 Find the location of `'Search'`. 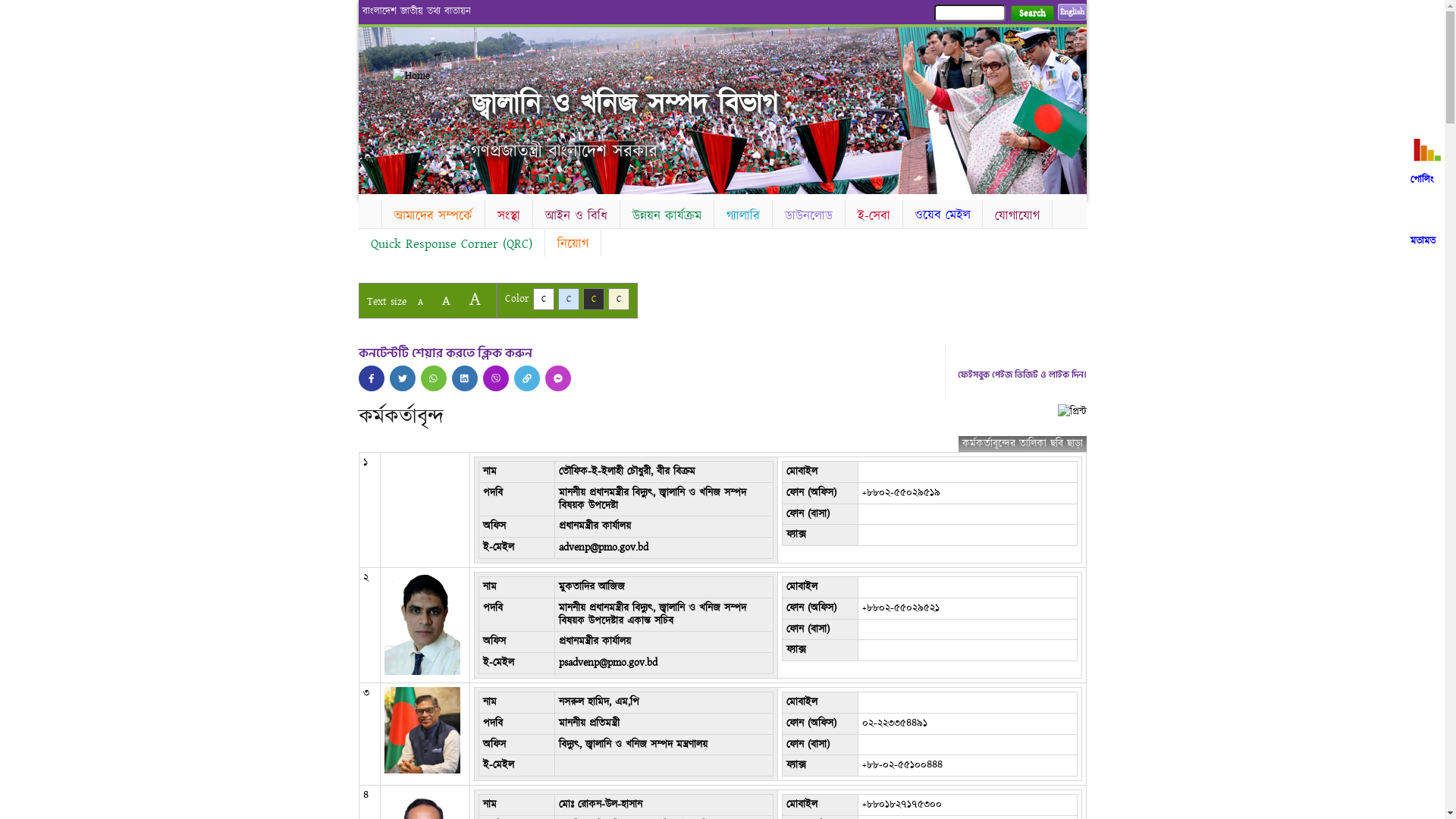

'Search' is located at coordinates (1031, 13).